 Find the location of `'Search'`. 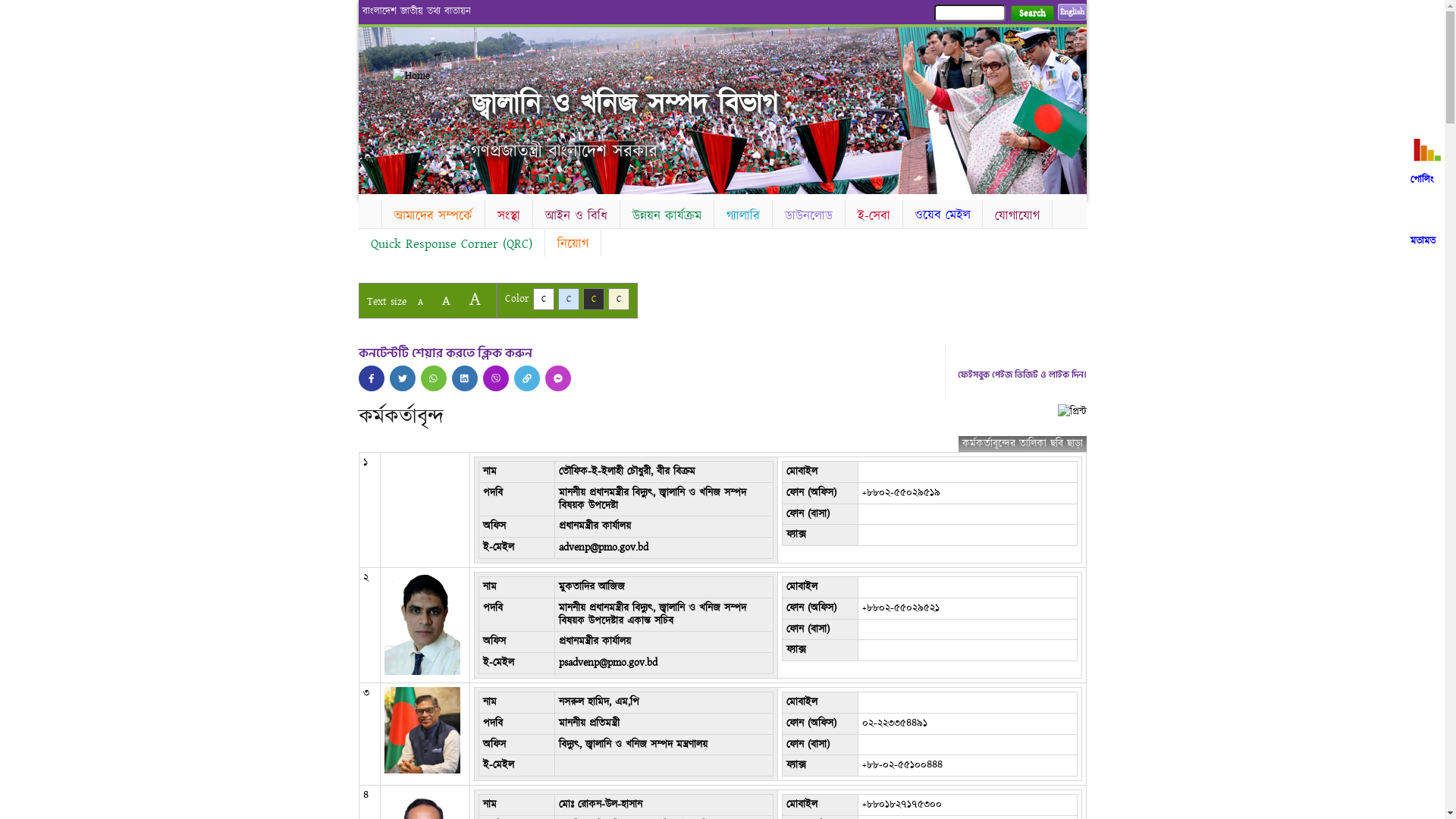

'Search' is located at coordinates (1031, 13).